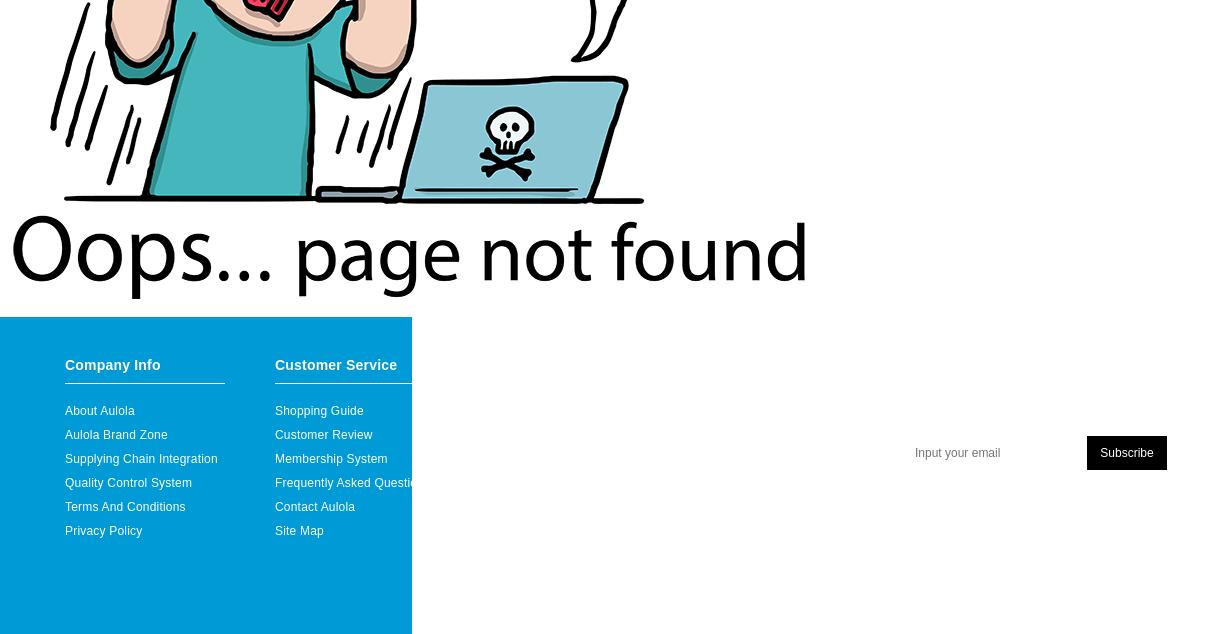  What do you see at coordinates (112, 363) in the screenshot?
I see `'Company Info'` at bounding box center [112, 363].